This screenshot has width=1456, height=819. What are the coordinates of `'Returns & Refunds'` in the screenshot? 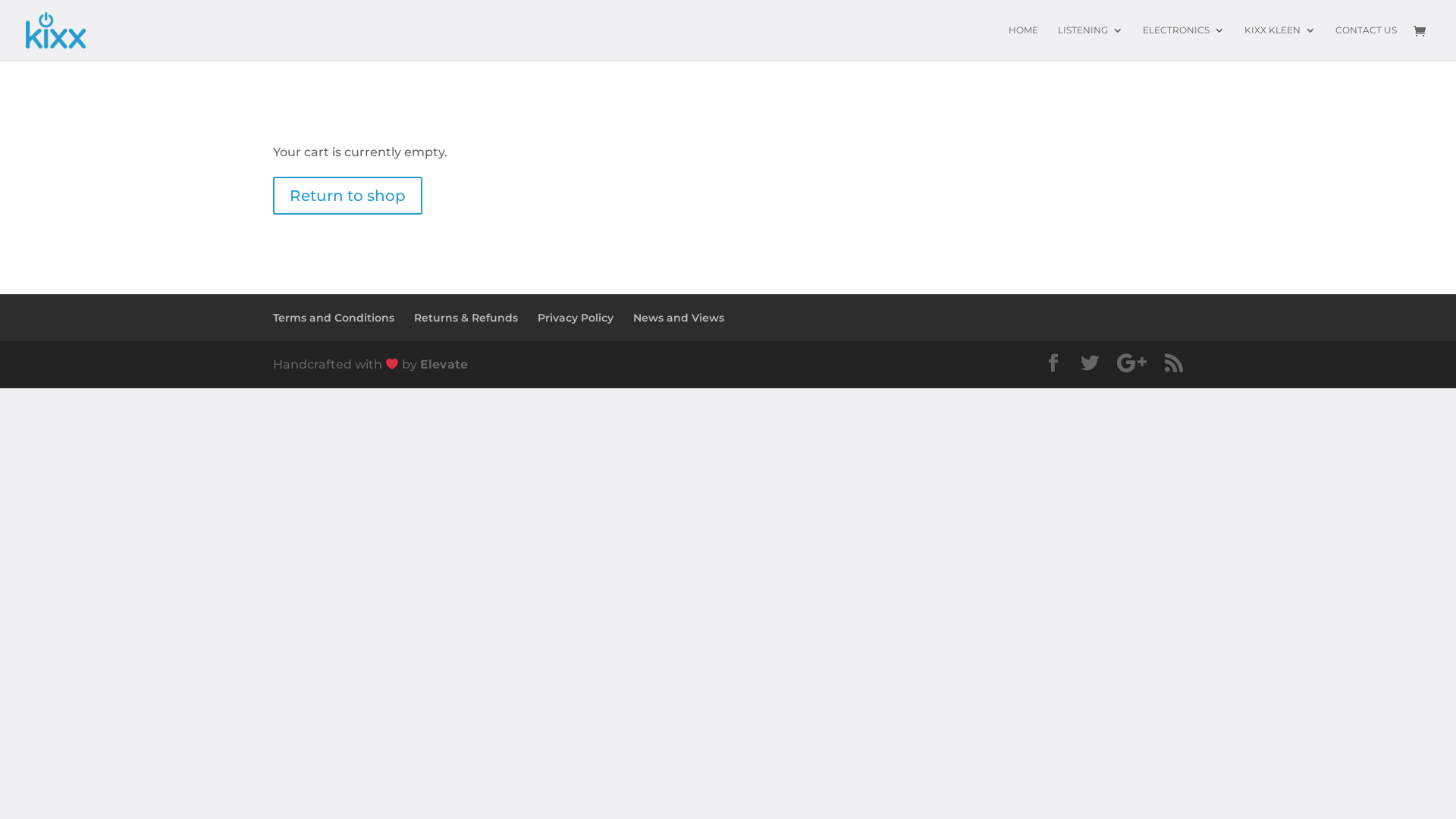 It's located at (465, 317).